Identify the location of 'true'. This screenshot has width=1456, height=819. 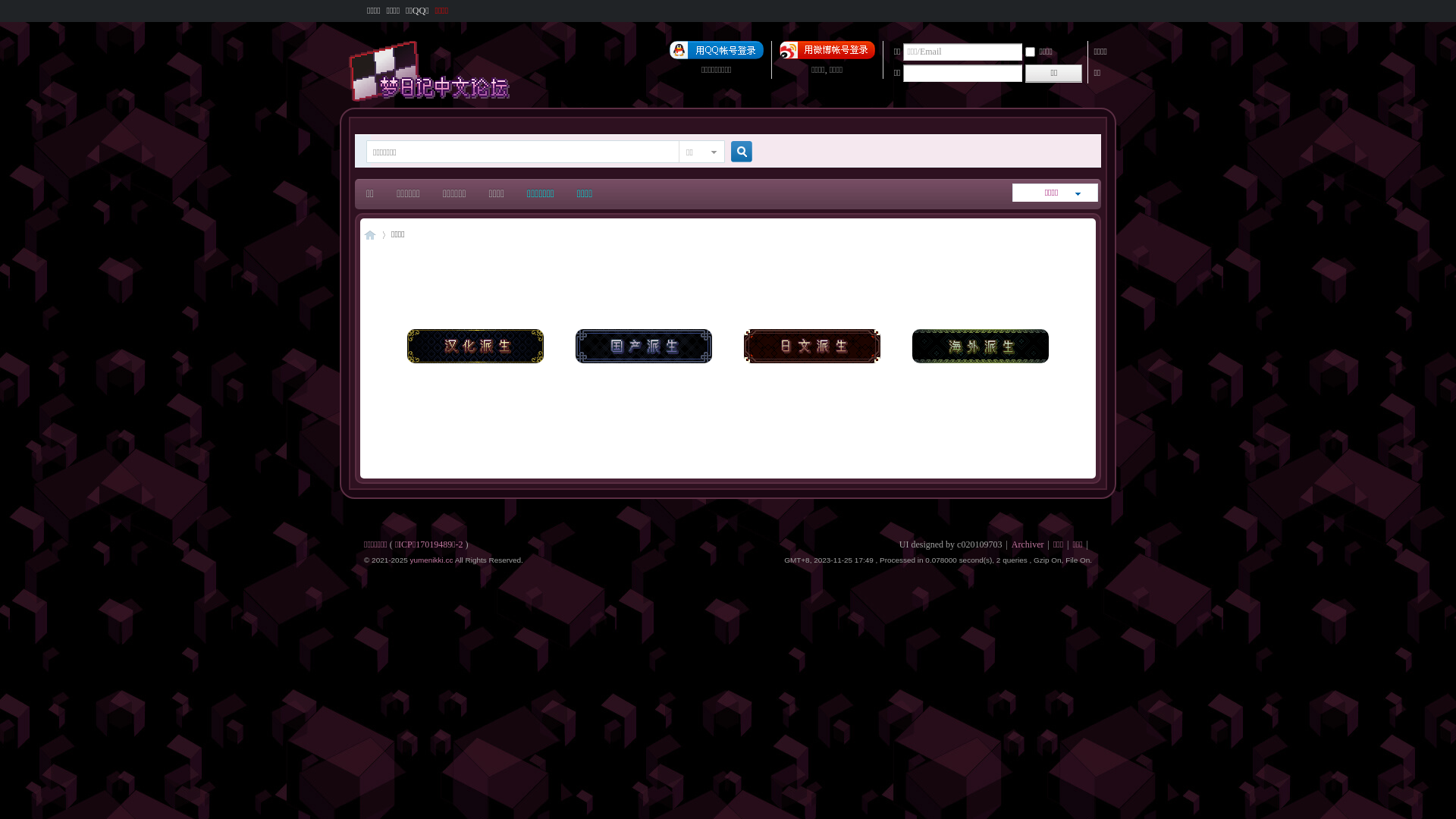
(736, 152).